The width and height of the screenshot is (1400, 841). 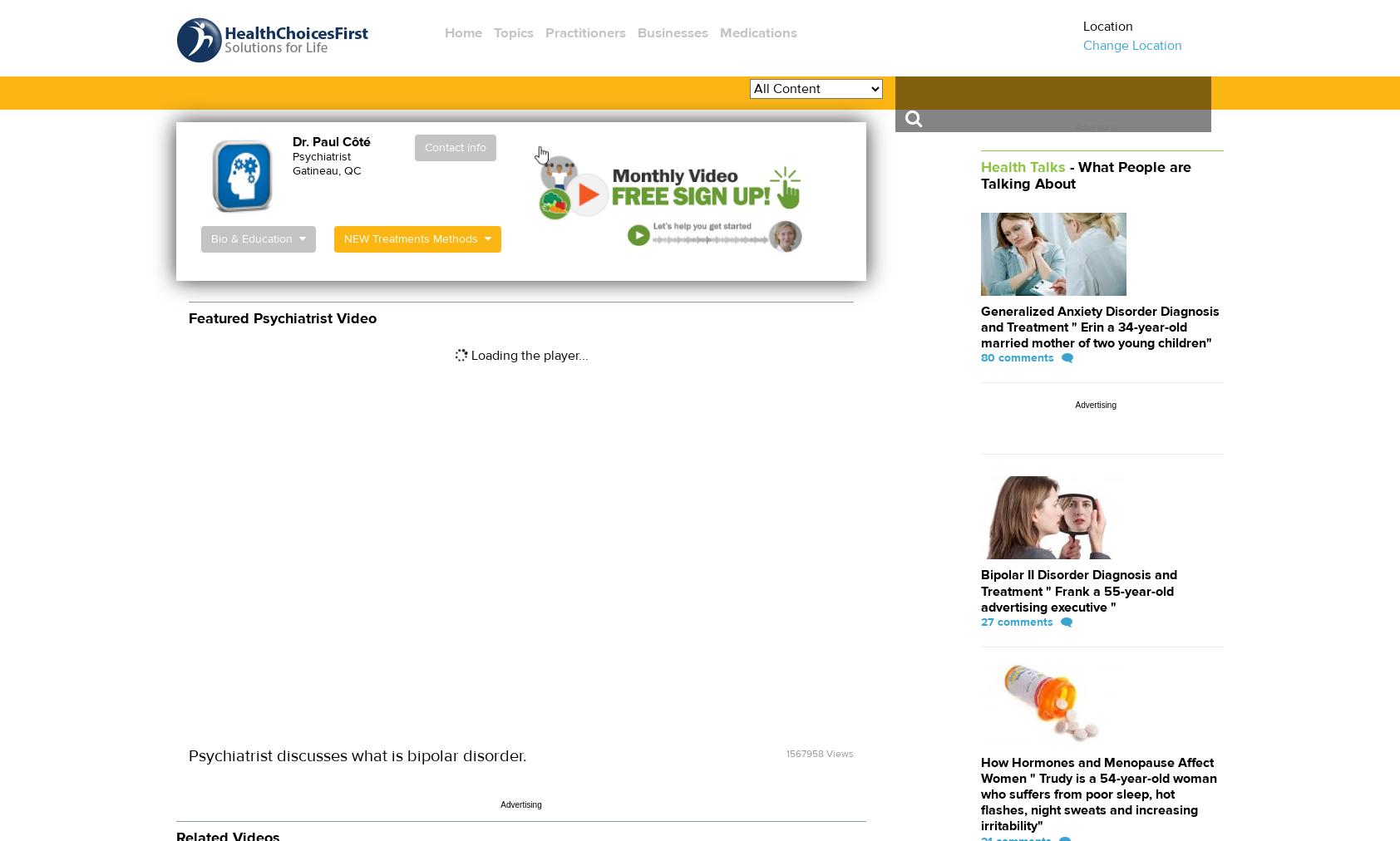 I want to click on 'Home', so click(x=462, y=32).